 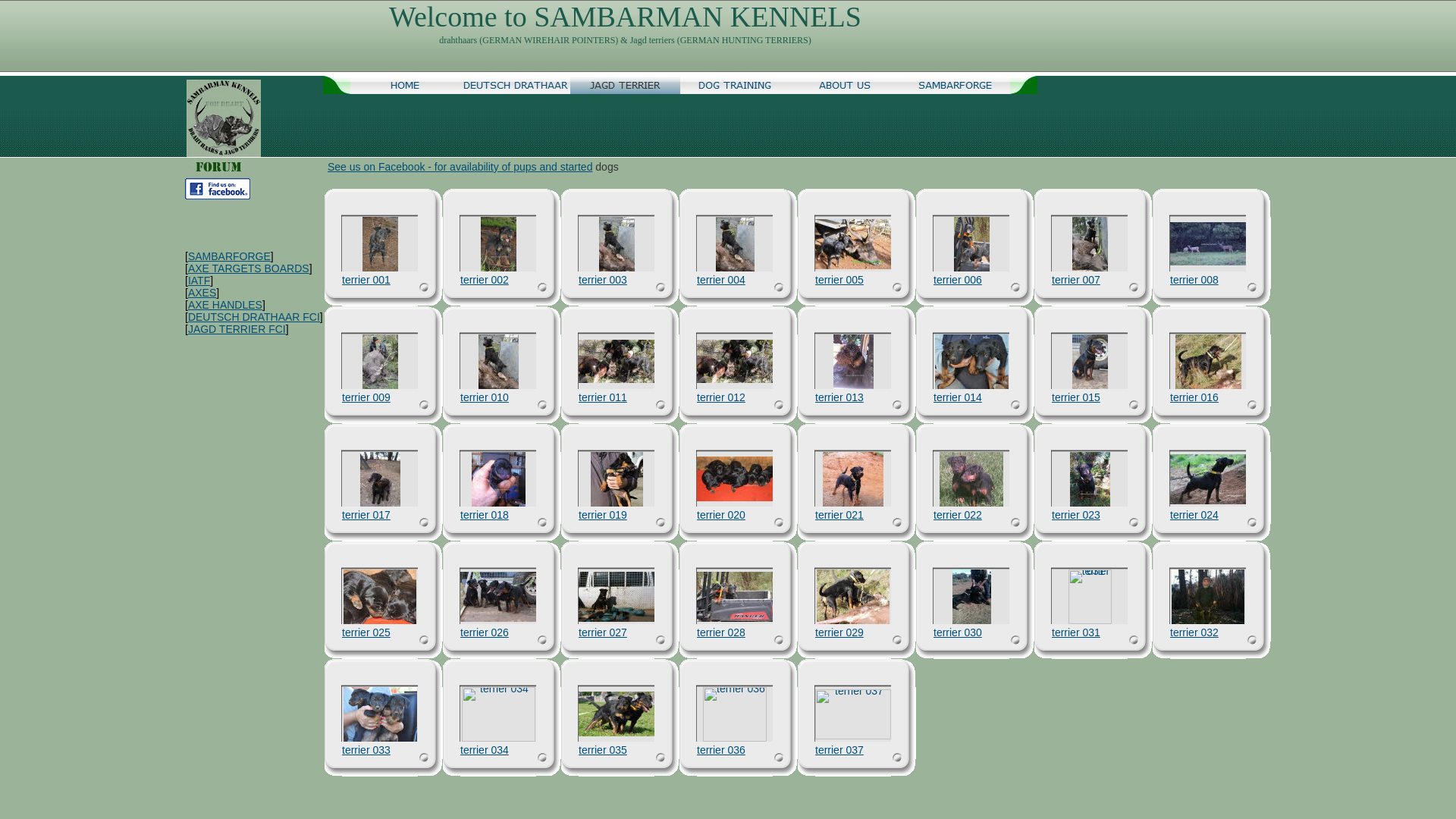 What do you see at coordinates (971, 479) in the screenshot?
I see `'terrier 022'` at bounding box center [971, 479].